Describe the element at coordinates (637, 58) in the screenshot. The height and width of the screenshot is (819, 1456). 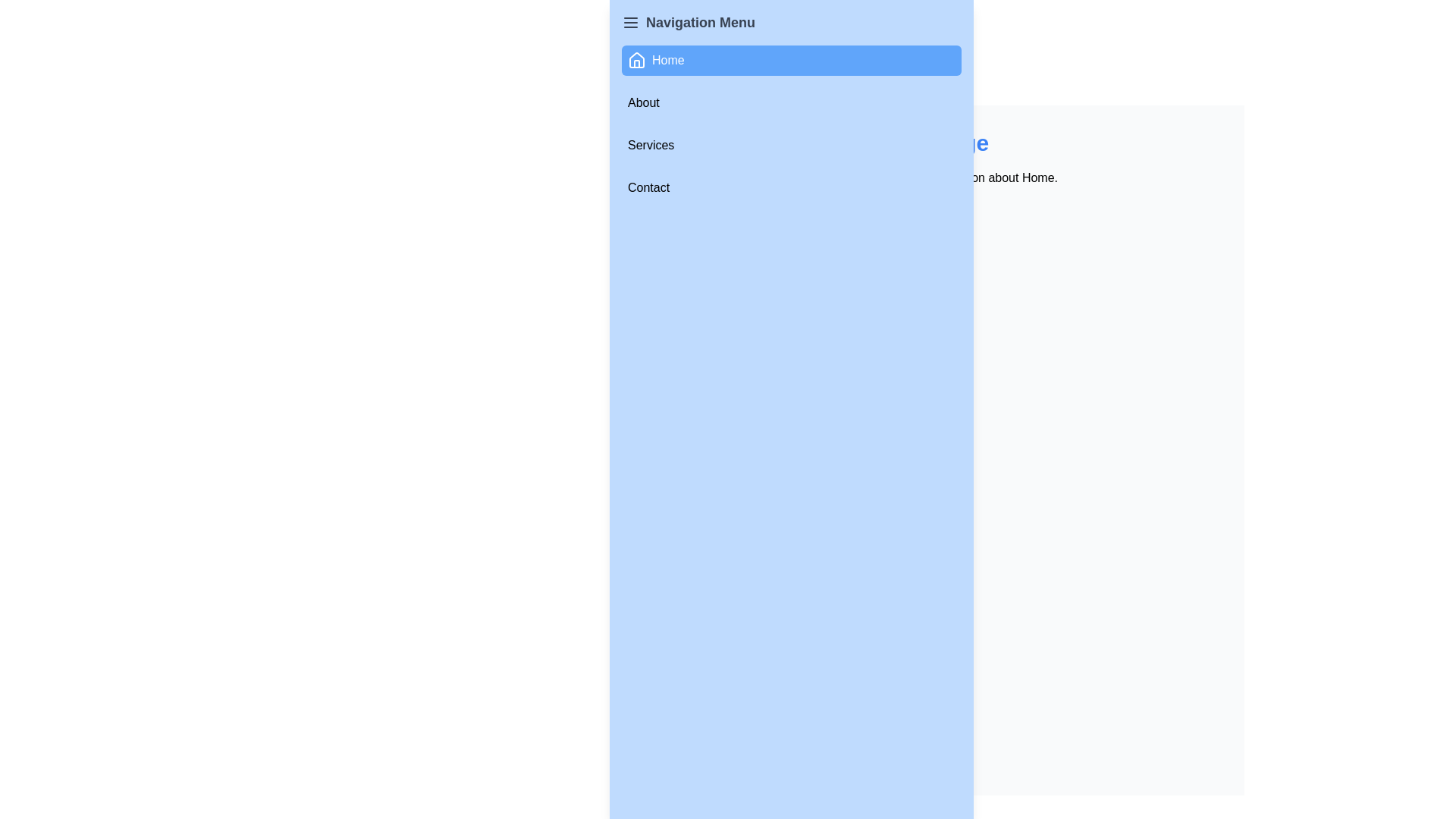
I see `the house icon in the topmost item of the vertical navigation menu` at that location.